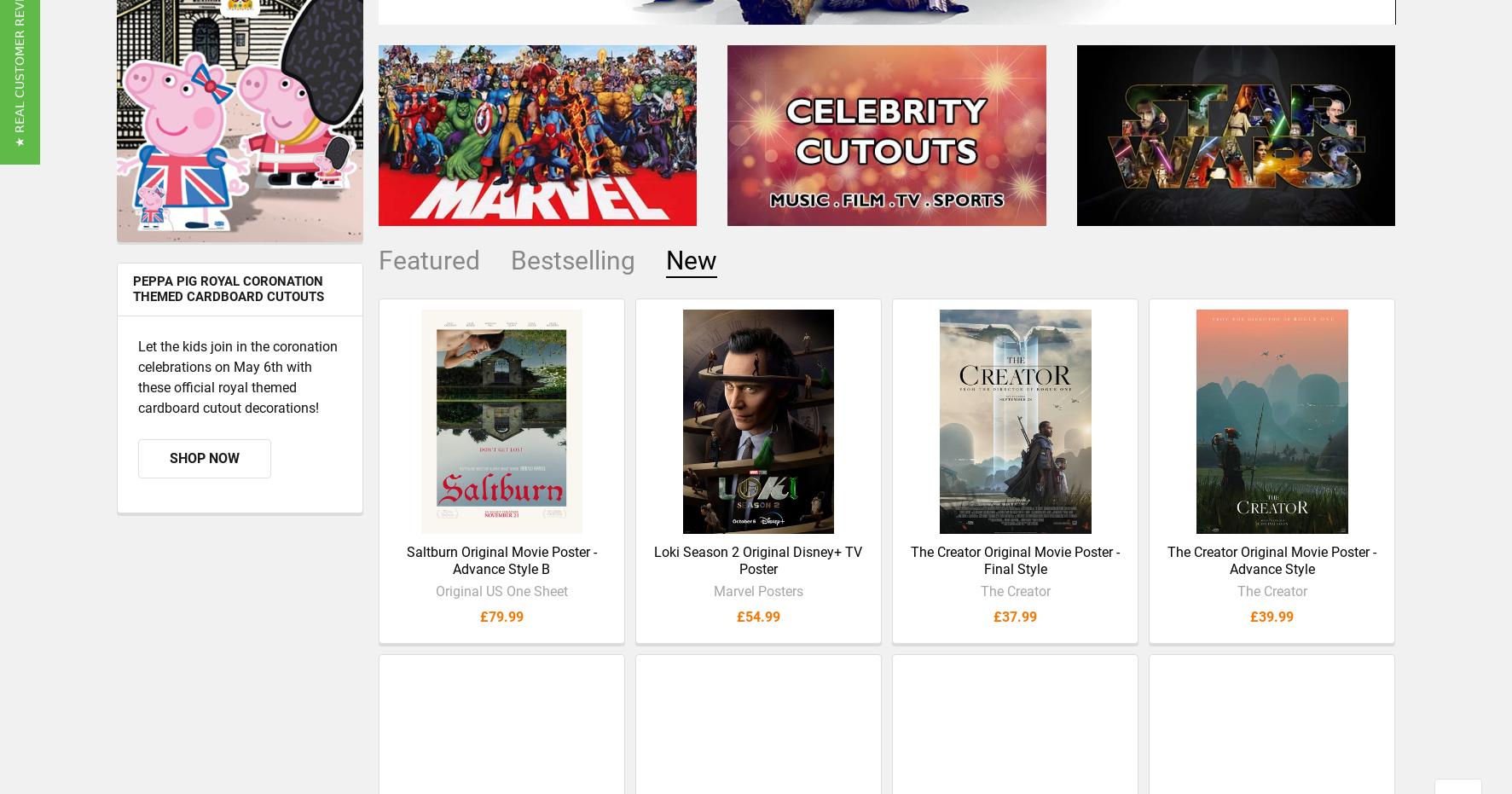 Image resolution: width=1512 pixels, height=794 pixels. What do you see at coordinates (653, 573) in the screenshot?
I see `'Loki Season 2 Original Disney+ TV Poster'` at bounding box center [653, 573].